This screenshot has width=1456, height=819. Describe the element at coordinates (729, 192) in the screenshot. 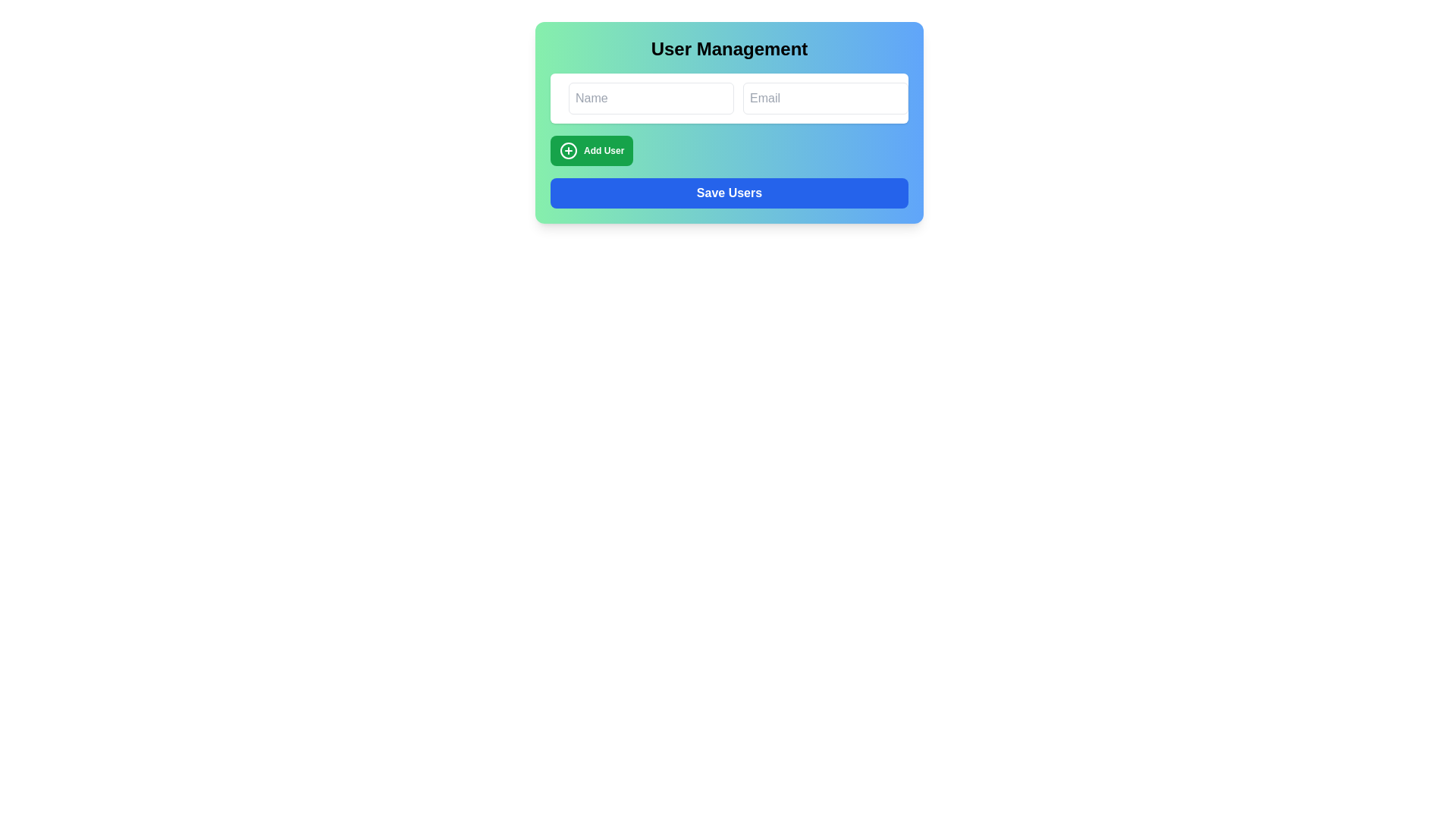

I see `the submit button located at the bottom of the form` at that location.